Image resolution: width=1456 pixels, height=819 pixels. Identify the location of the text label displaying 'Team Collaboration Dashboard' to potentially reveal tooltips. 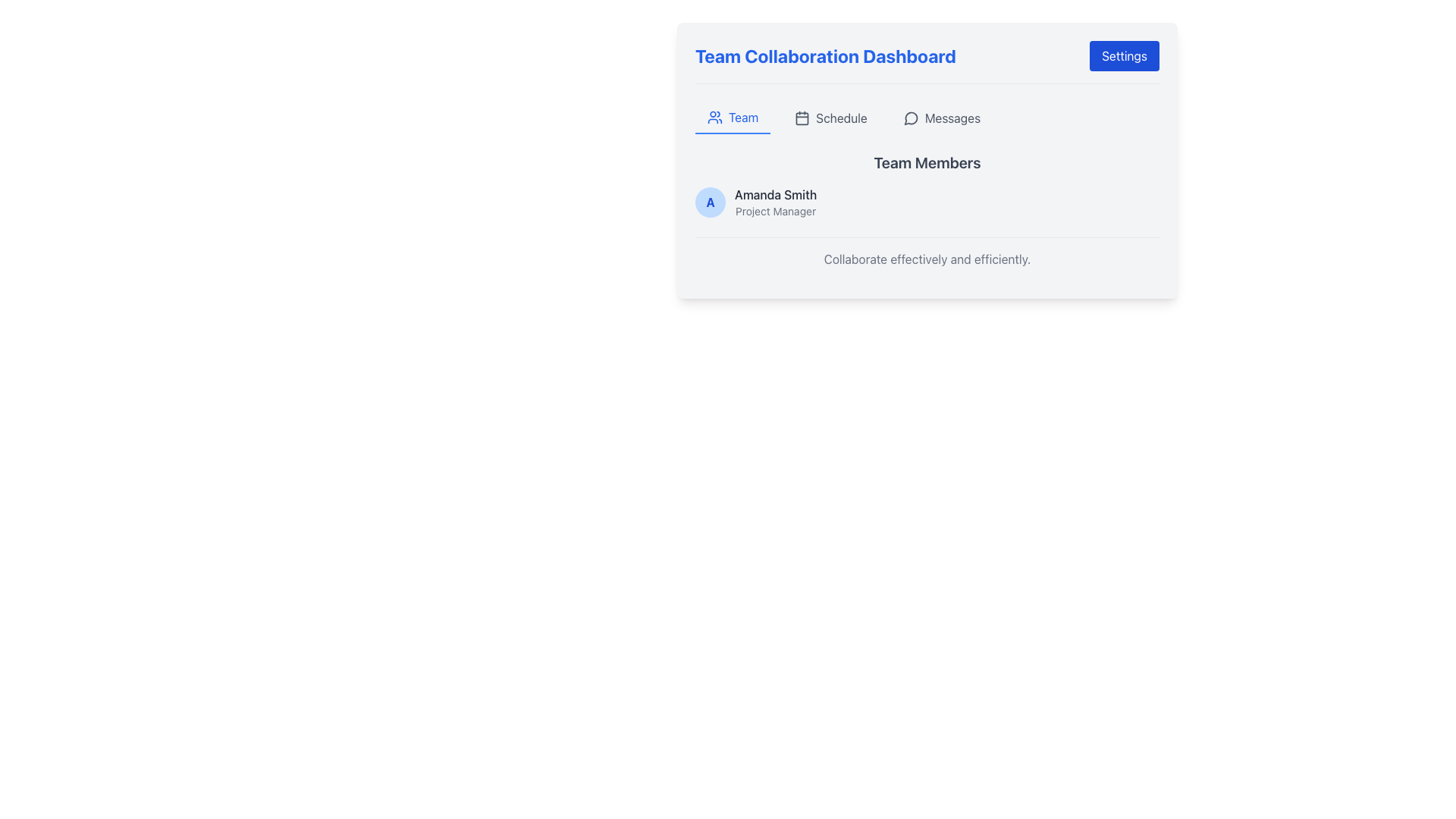
(824, 55).